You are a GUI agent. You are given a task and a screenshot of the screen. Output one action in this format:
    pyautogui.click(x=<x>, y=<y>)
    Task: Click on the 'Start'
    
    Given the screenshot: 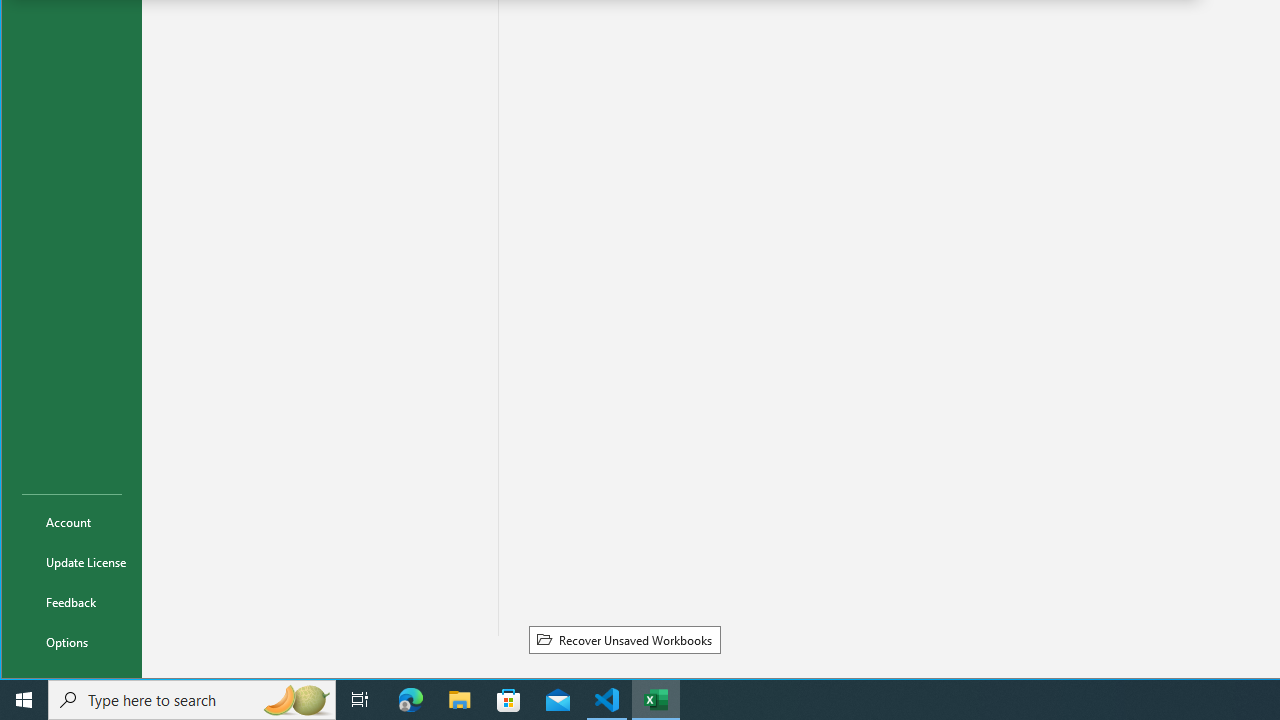 What is the action you would take?
    pyautogui.click(x=24, y=698)
    